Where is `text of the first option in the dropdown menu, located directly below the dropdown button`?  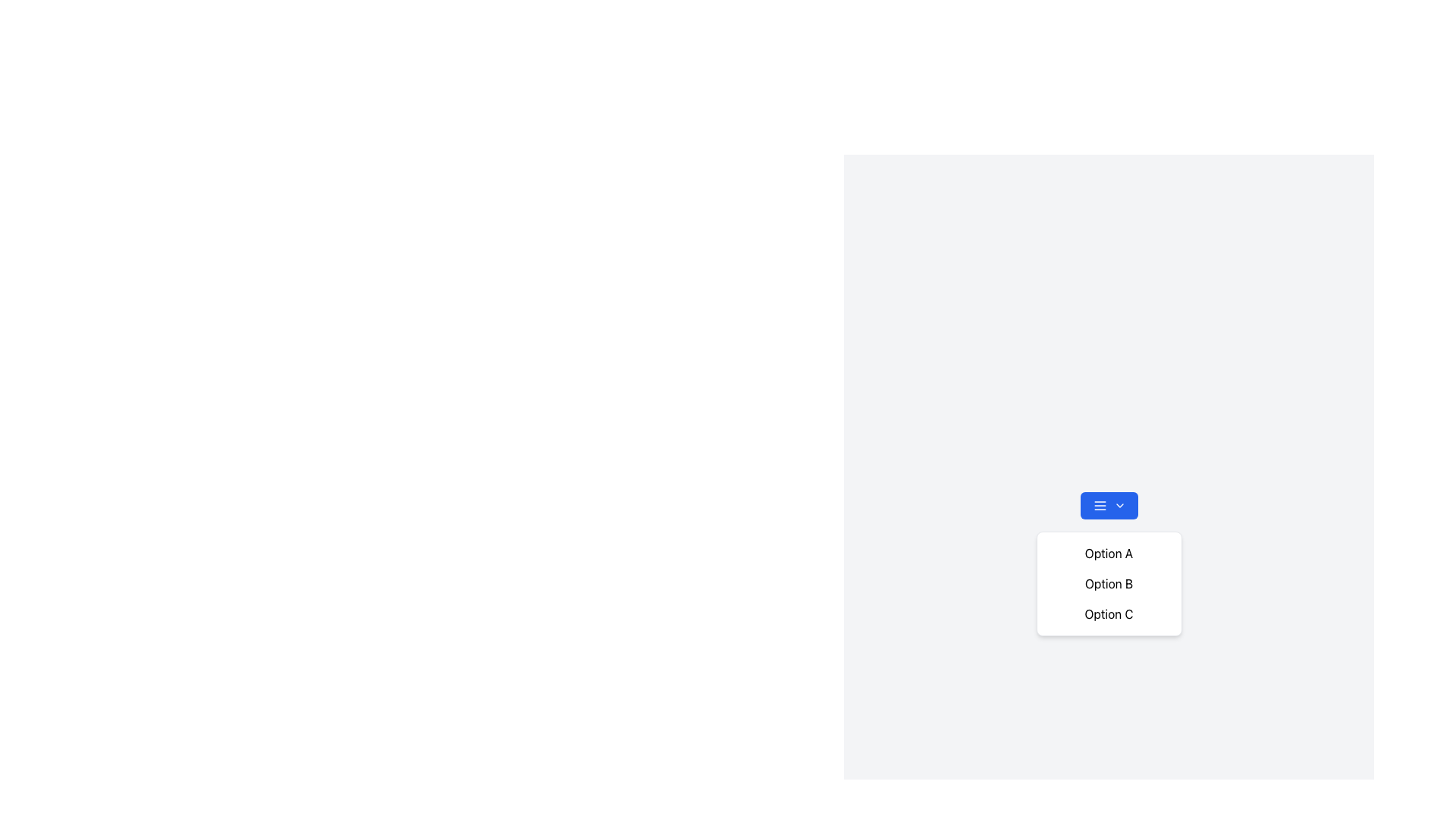 text of the first option in the dropdown menu, located directly below the dropdown button is located at coordinates (1109, 553).